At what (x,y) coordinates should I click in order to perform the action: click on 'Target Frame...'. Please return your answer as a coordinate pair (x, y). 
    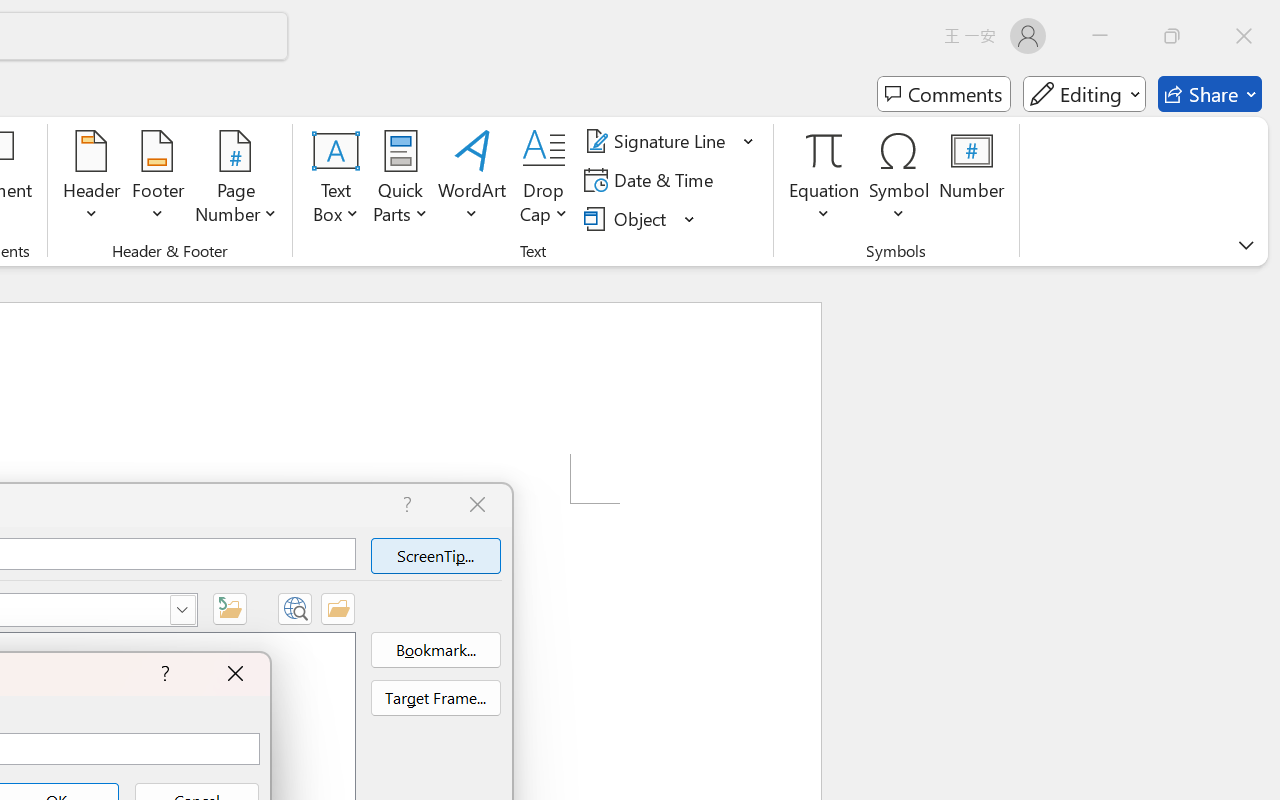
    Looking at the image, I should click on (434, 698).